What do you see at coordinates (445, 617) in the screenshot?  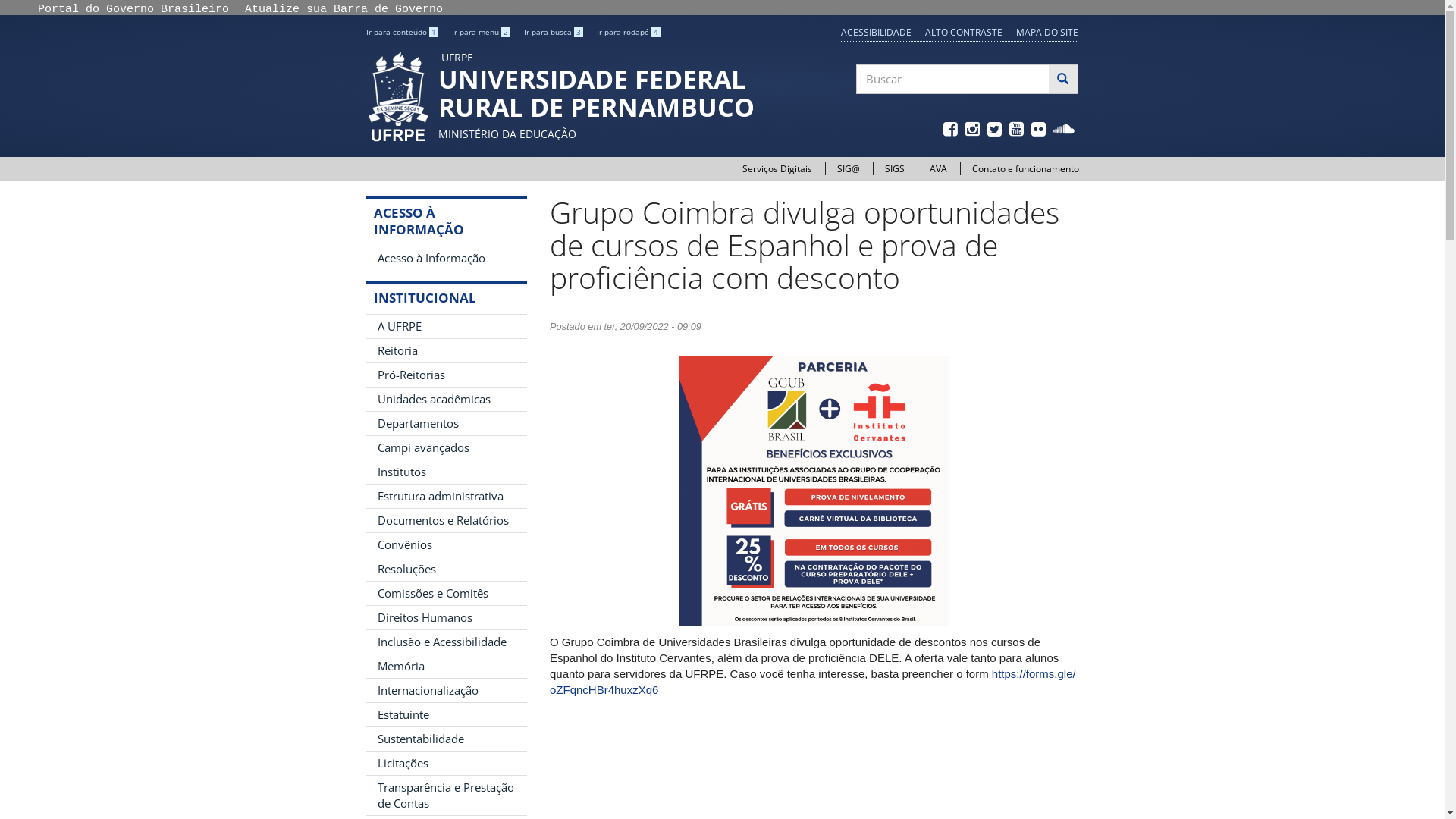 I see `'Direitos Humanos'` at bounding box center [445, 617].